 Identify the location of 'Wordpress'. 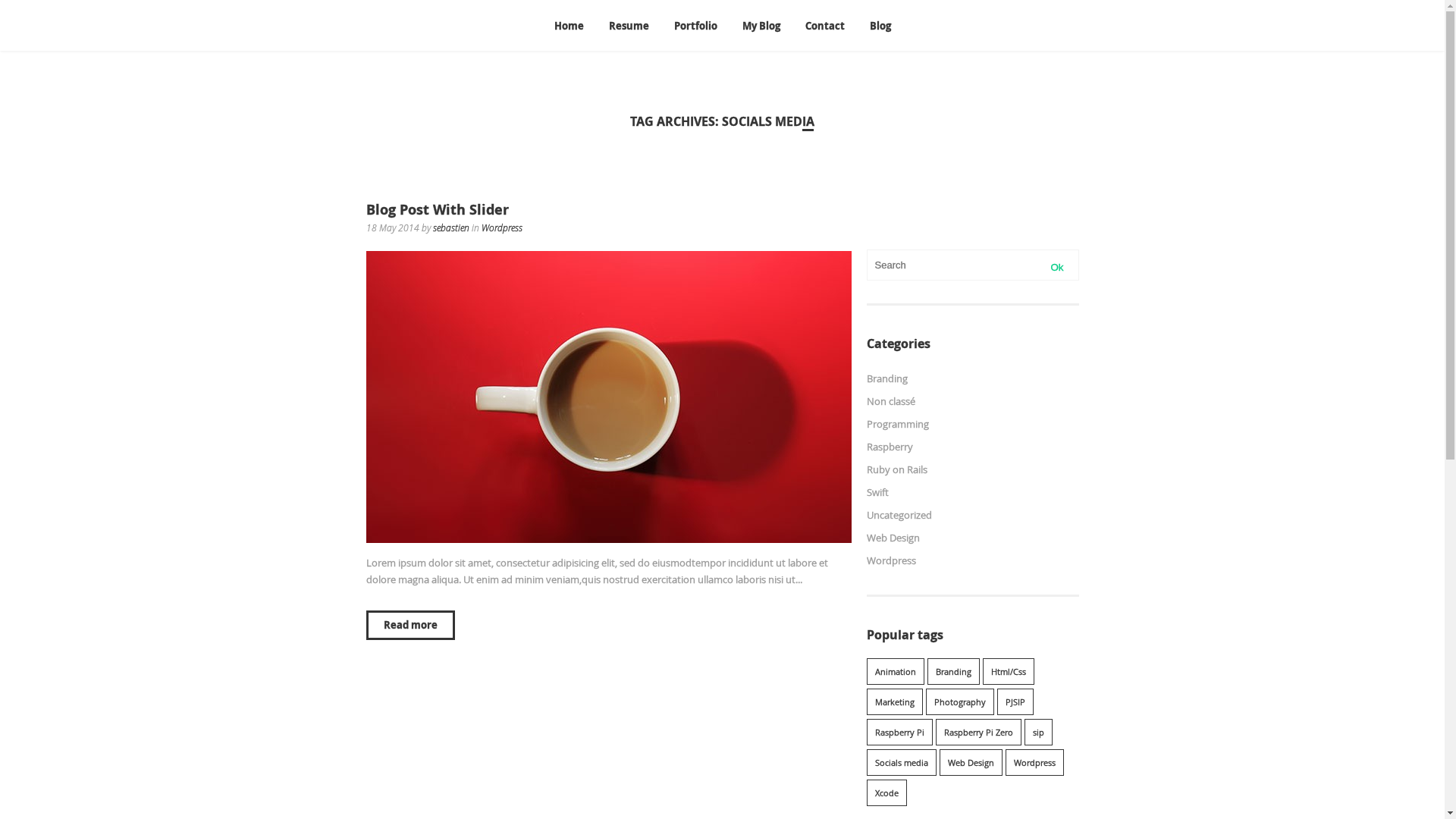
(501, 227).